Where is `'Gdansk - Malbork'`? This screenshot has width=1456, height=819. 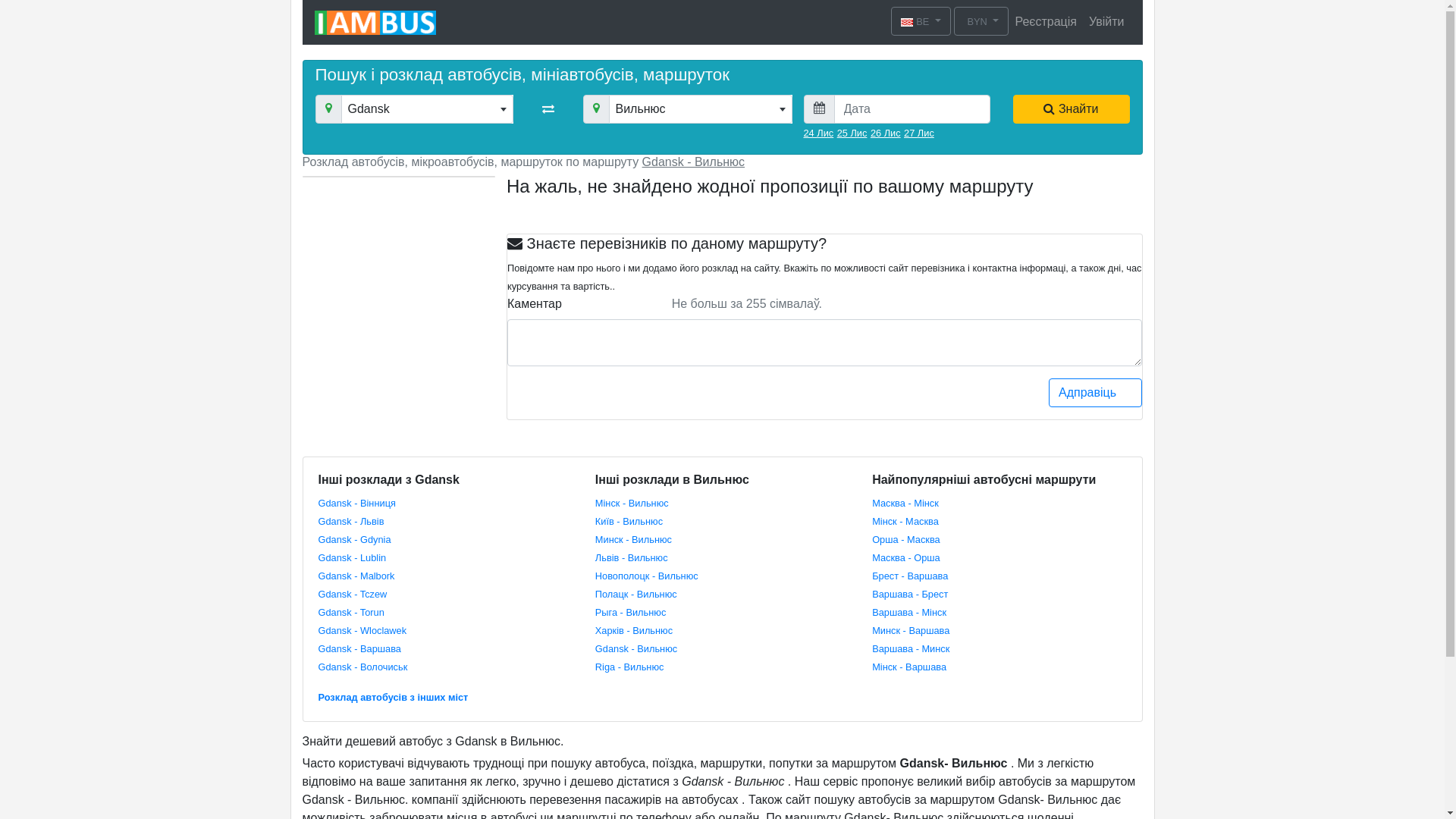
'Gdansk - Malbork' is located at coordinates (356, 575).